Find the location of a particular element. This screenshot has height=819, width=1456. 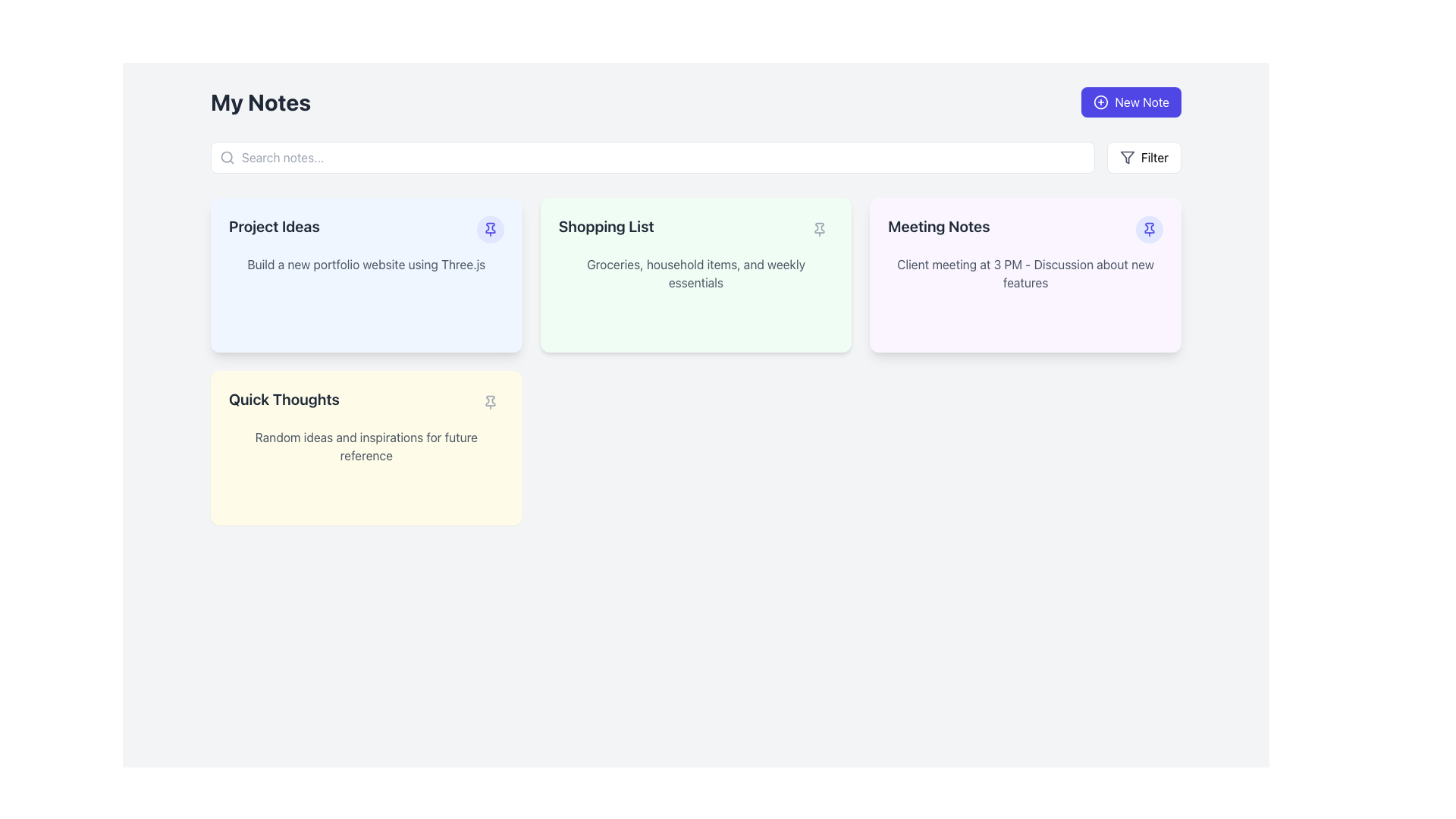

the text element displaying 'Client meeting at 3 PM - Discussion about new features' within the 'Meeting Notes' card is located at coordinates (1025, 274).